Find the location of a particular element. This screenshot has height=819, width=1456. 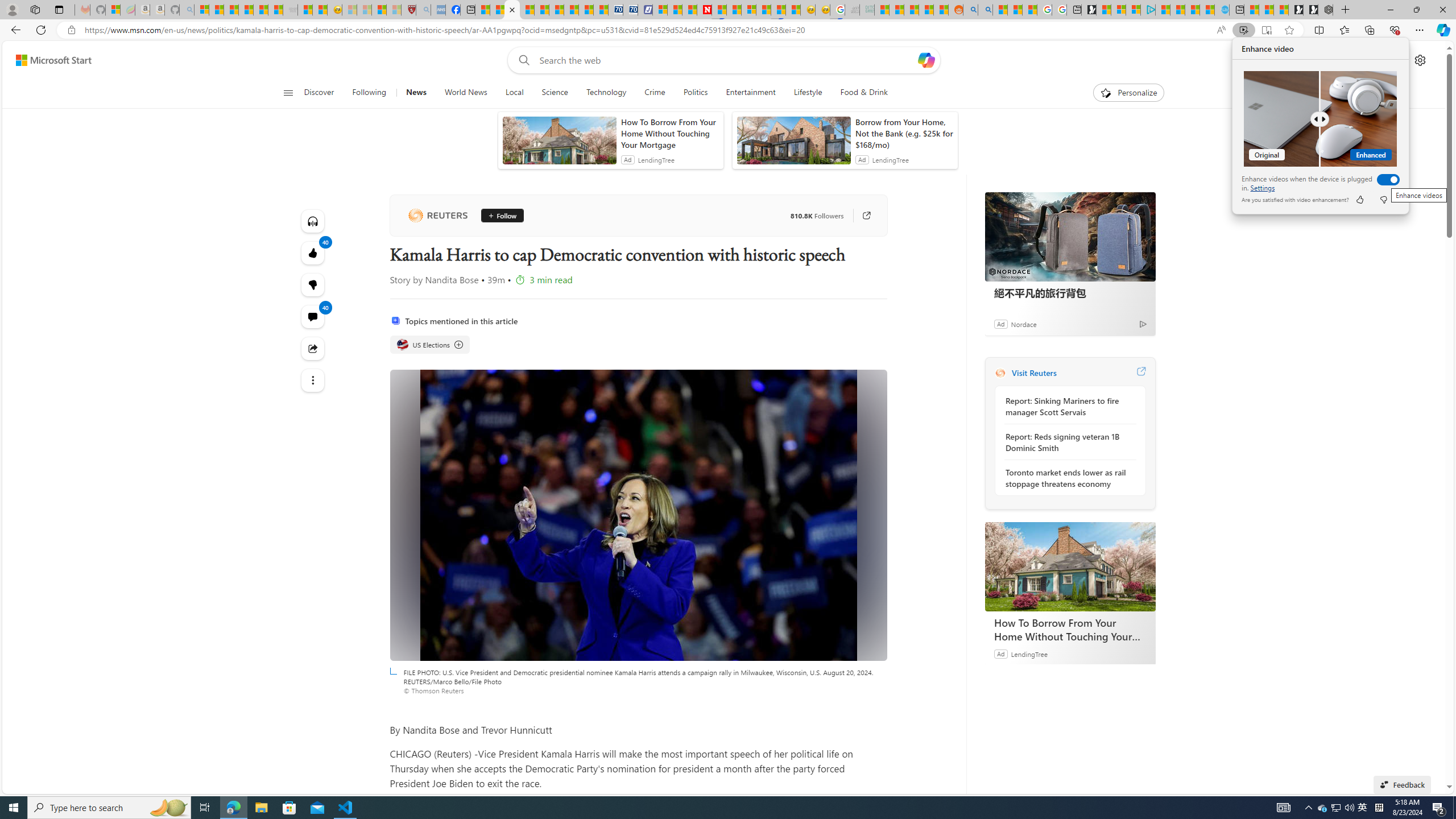

'New Tab' is located at coordinates (1345, 9).